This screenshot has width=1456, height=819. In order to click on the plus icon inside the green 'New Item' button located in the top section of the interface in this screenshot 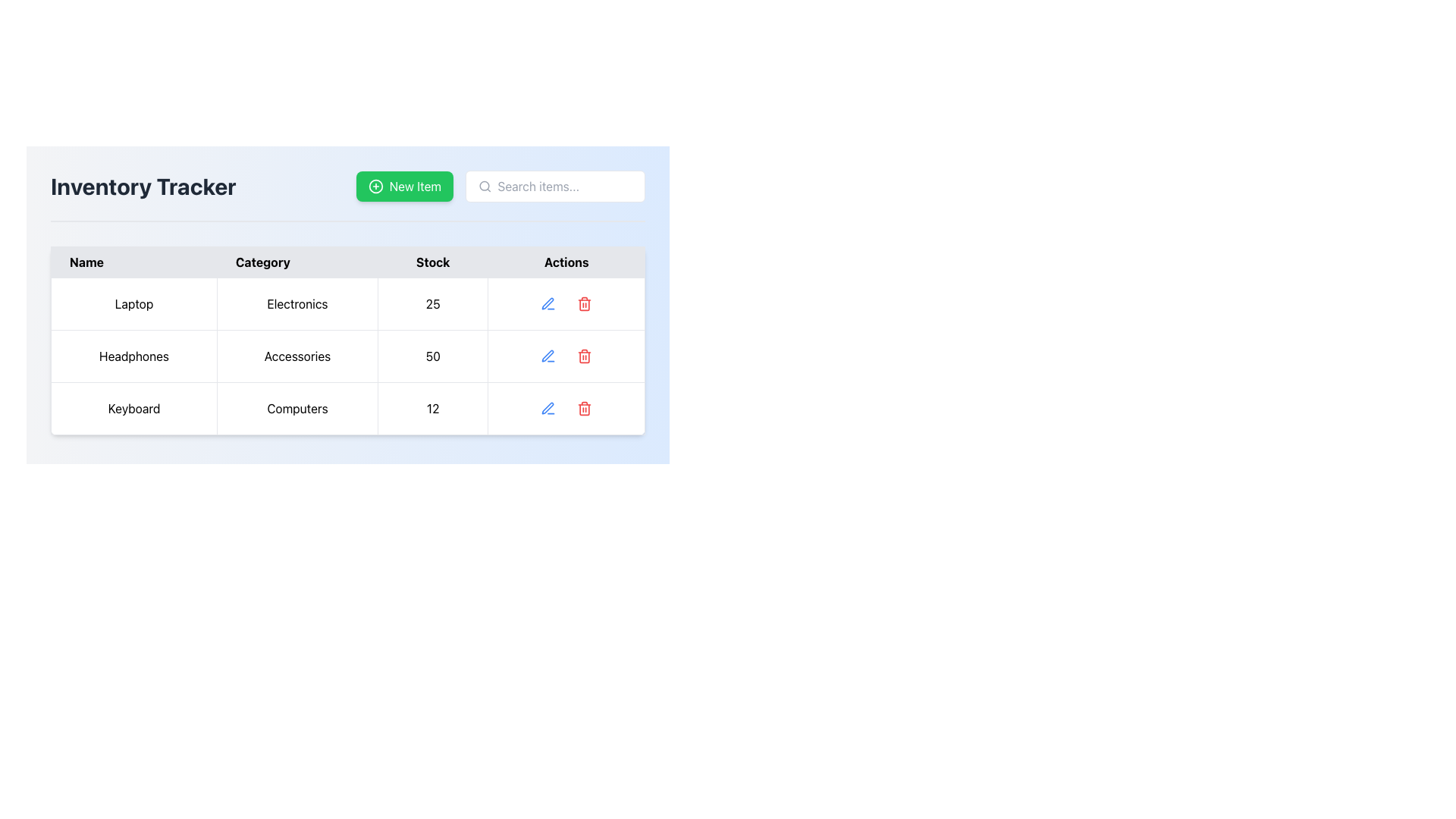, I will do `click(375, 186)`.